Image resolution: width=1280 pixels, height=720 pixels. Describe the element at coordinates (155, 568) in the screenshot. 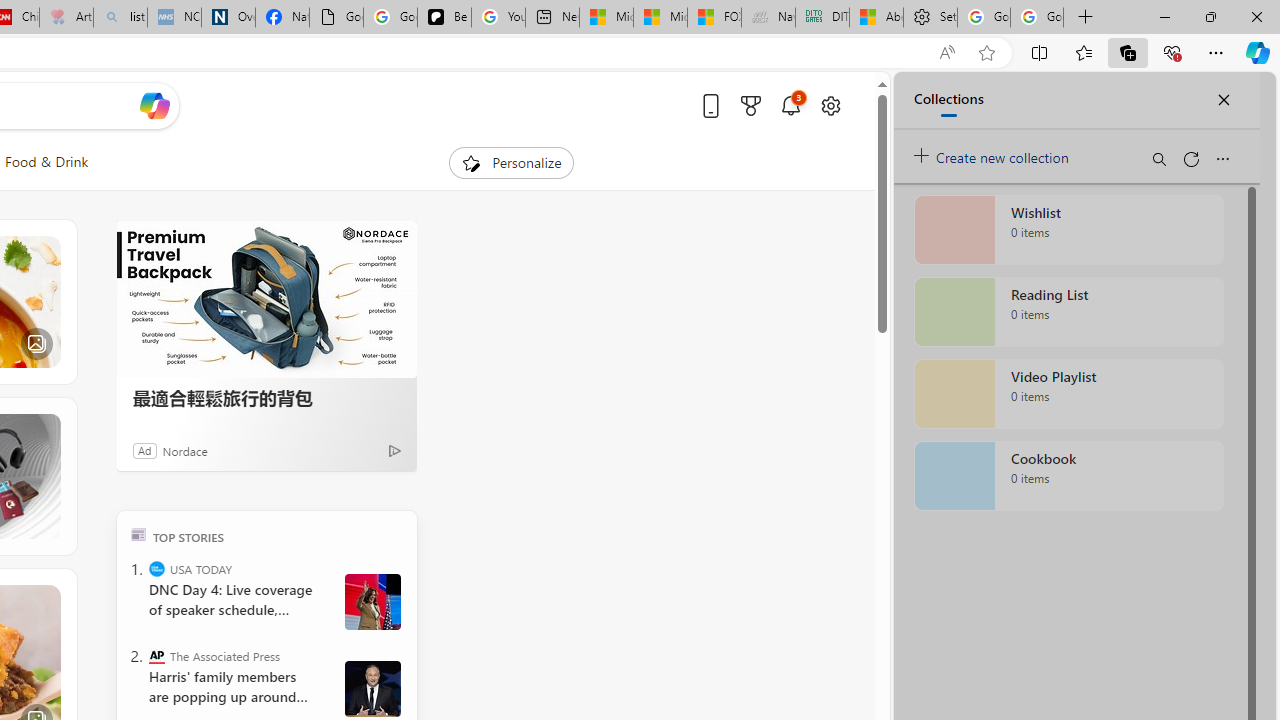

I see `'USA TODAY'` at that location.